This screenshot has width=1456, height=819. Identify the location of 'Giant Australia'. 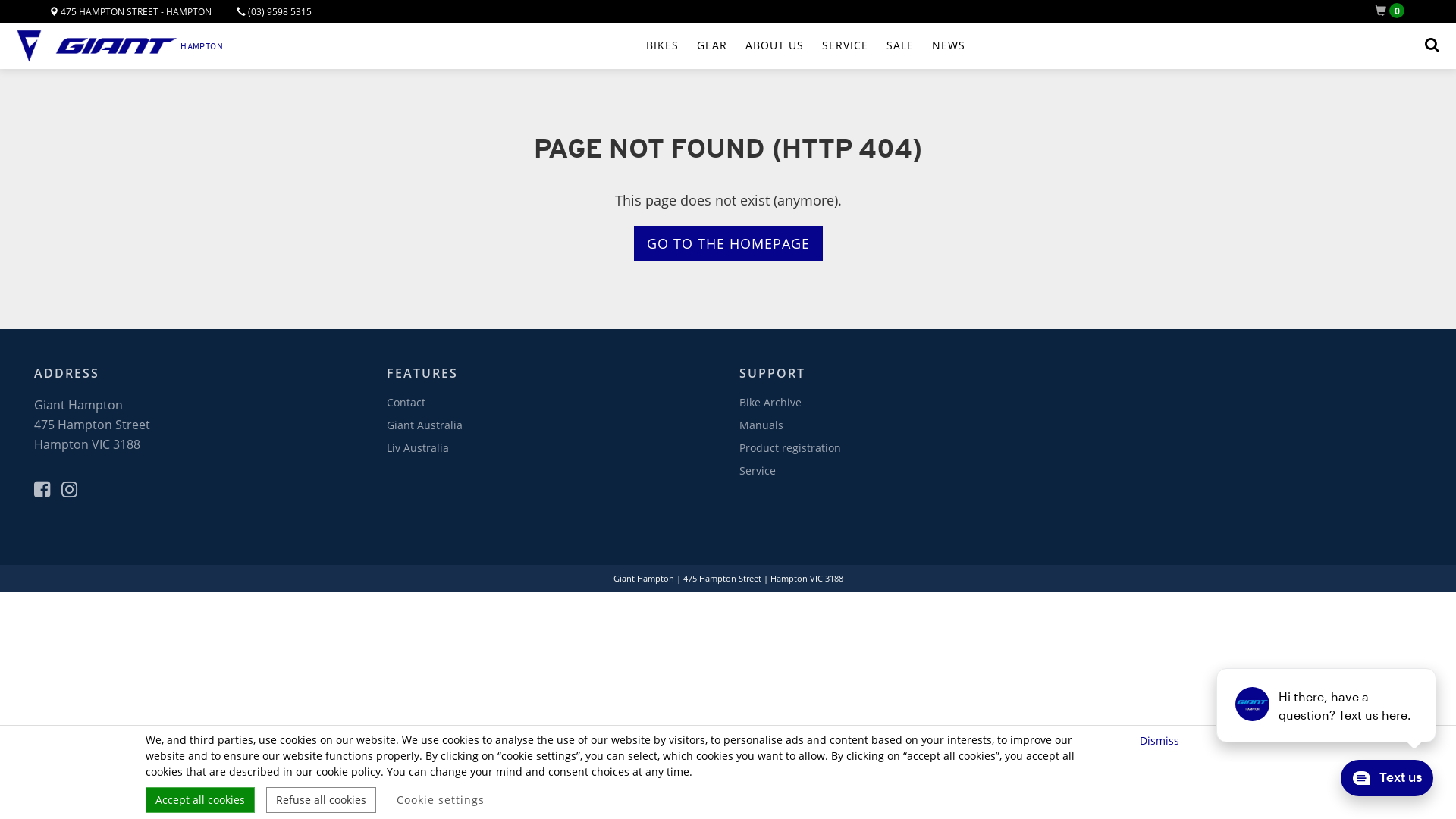
(425, 425).